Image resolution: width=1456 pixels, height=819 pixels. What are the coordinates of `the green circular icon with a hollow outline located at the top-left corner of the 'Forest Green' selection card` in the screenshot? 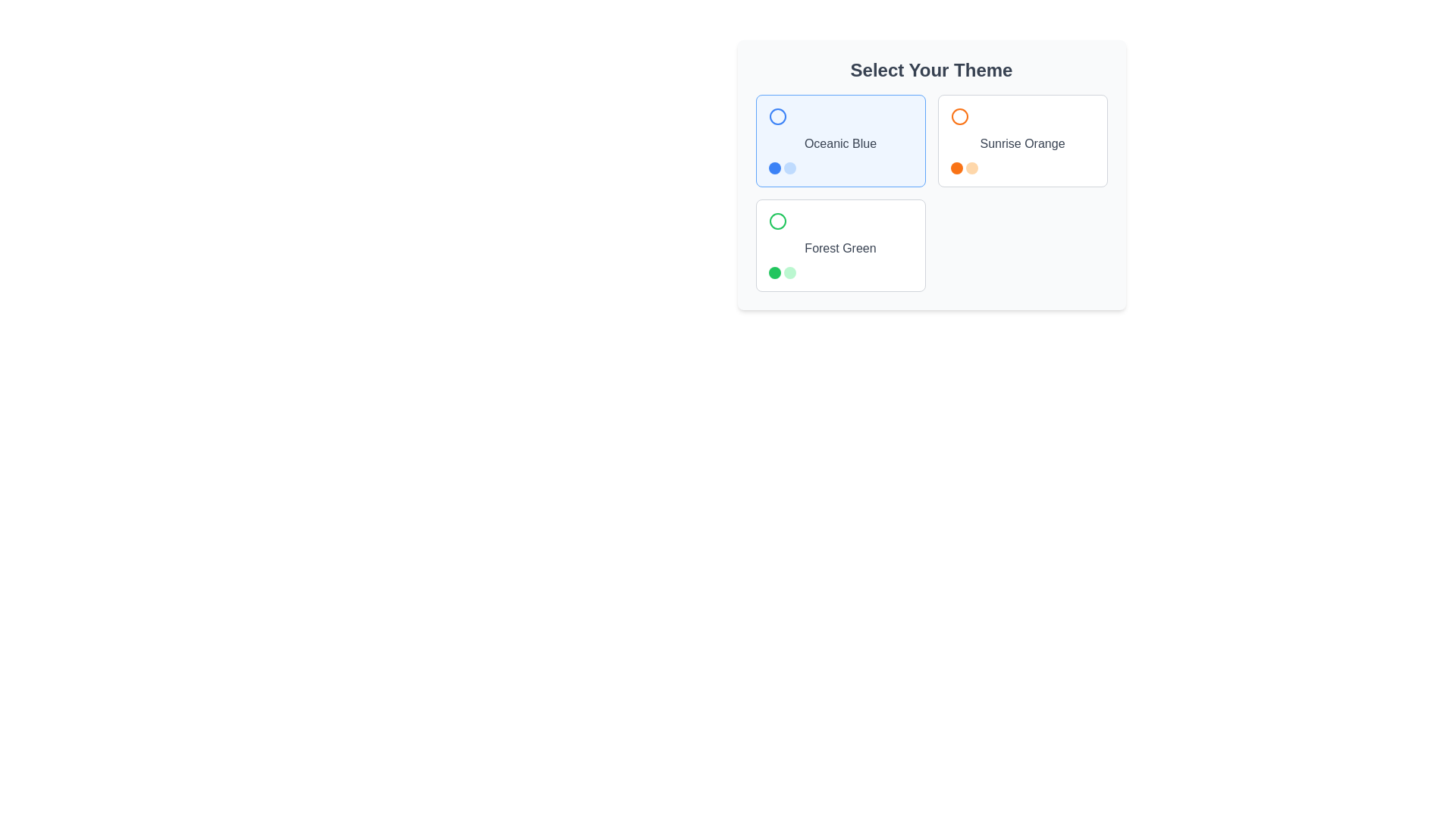 It's located at (777, 221).